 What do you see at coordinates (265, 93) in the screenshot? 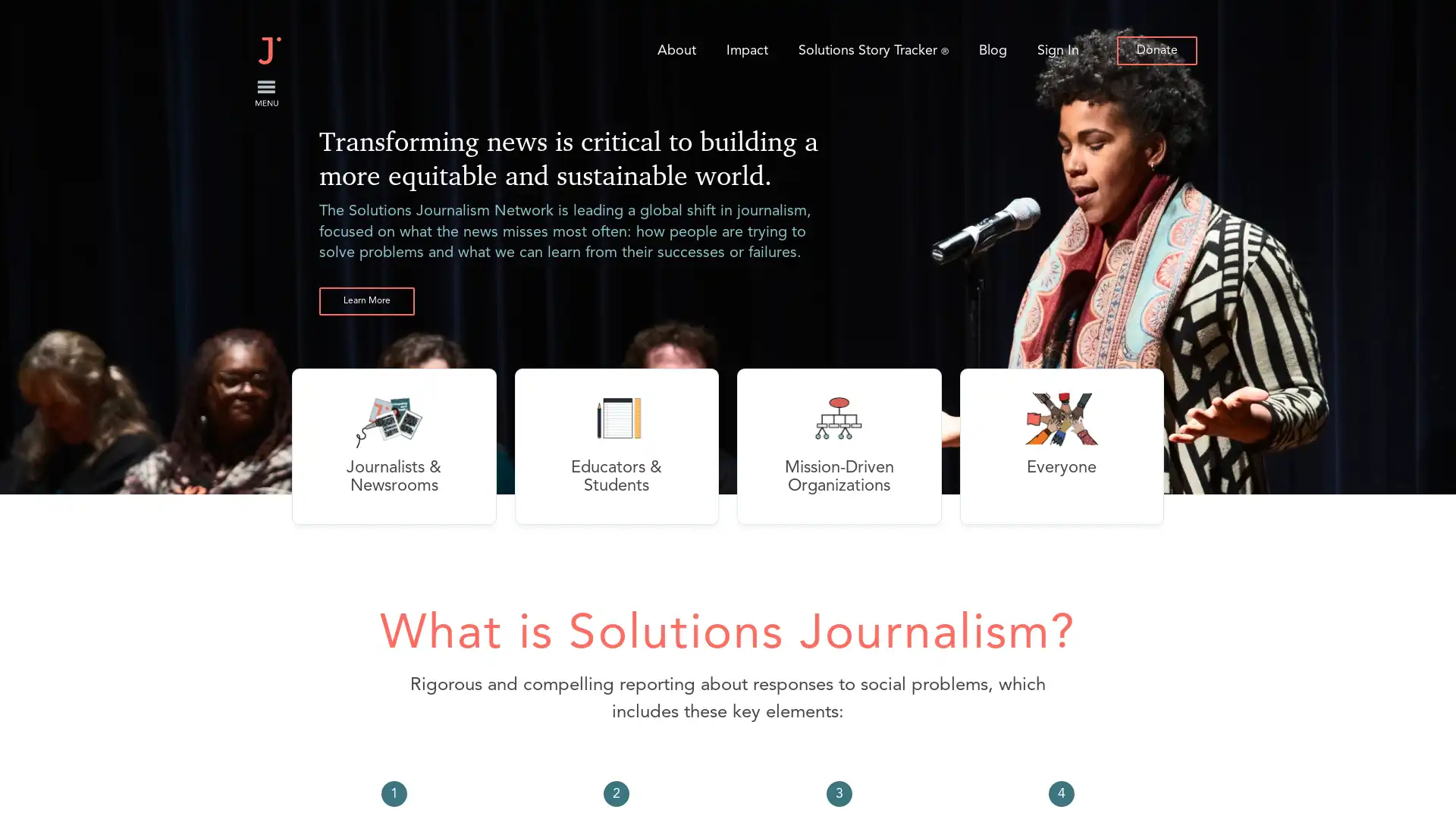
I see `Open Menu` at bounding box center [265, 93].